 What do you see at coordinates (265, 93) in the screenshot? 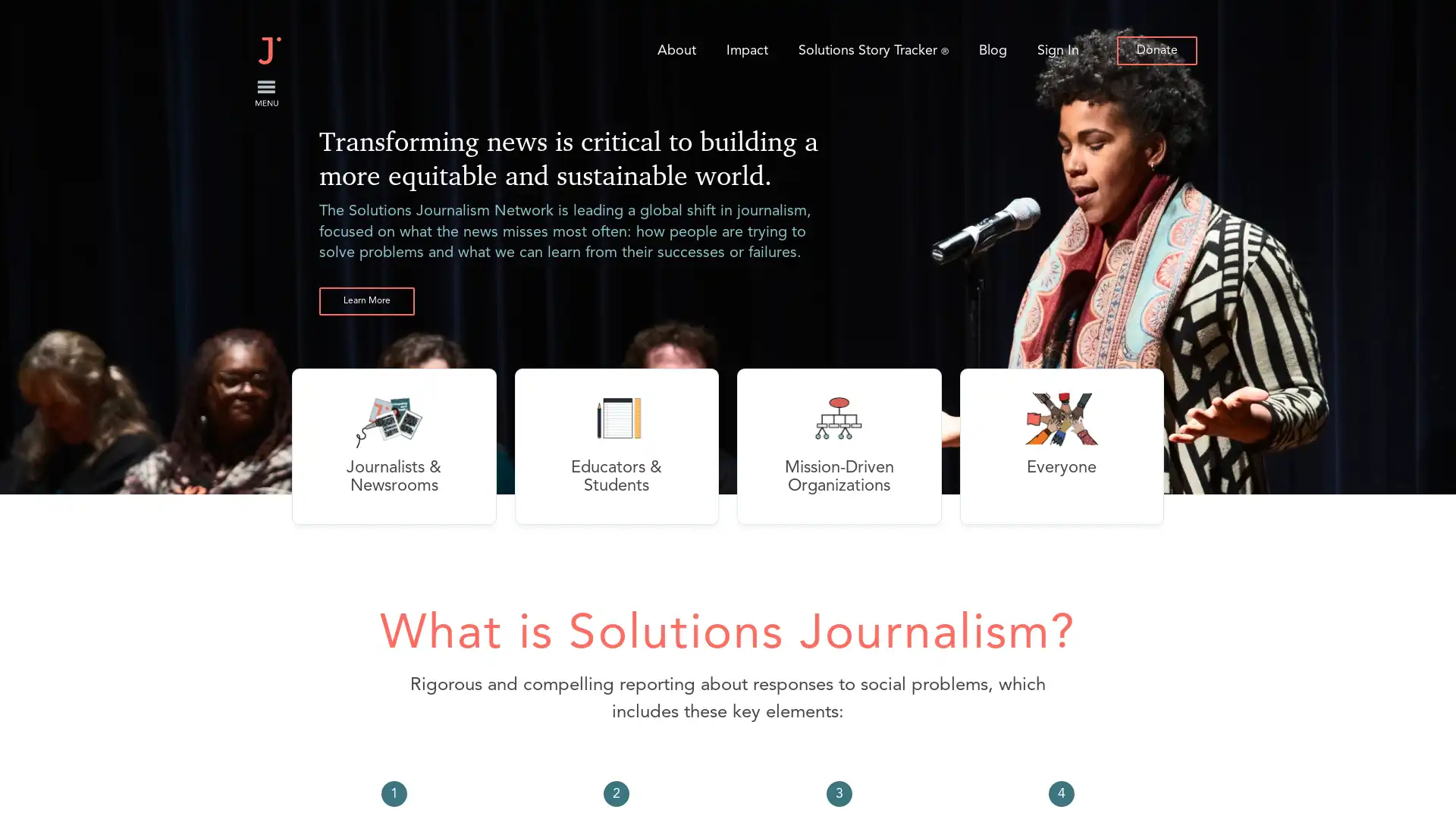
I see `Open Menu` at bounding box center [265, 93].